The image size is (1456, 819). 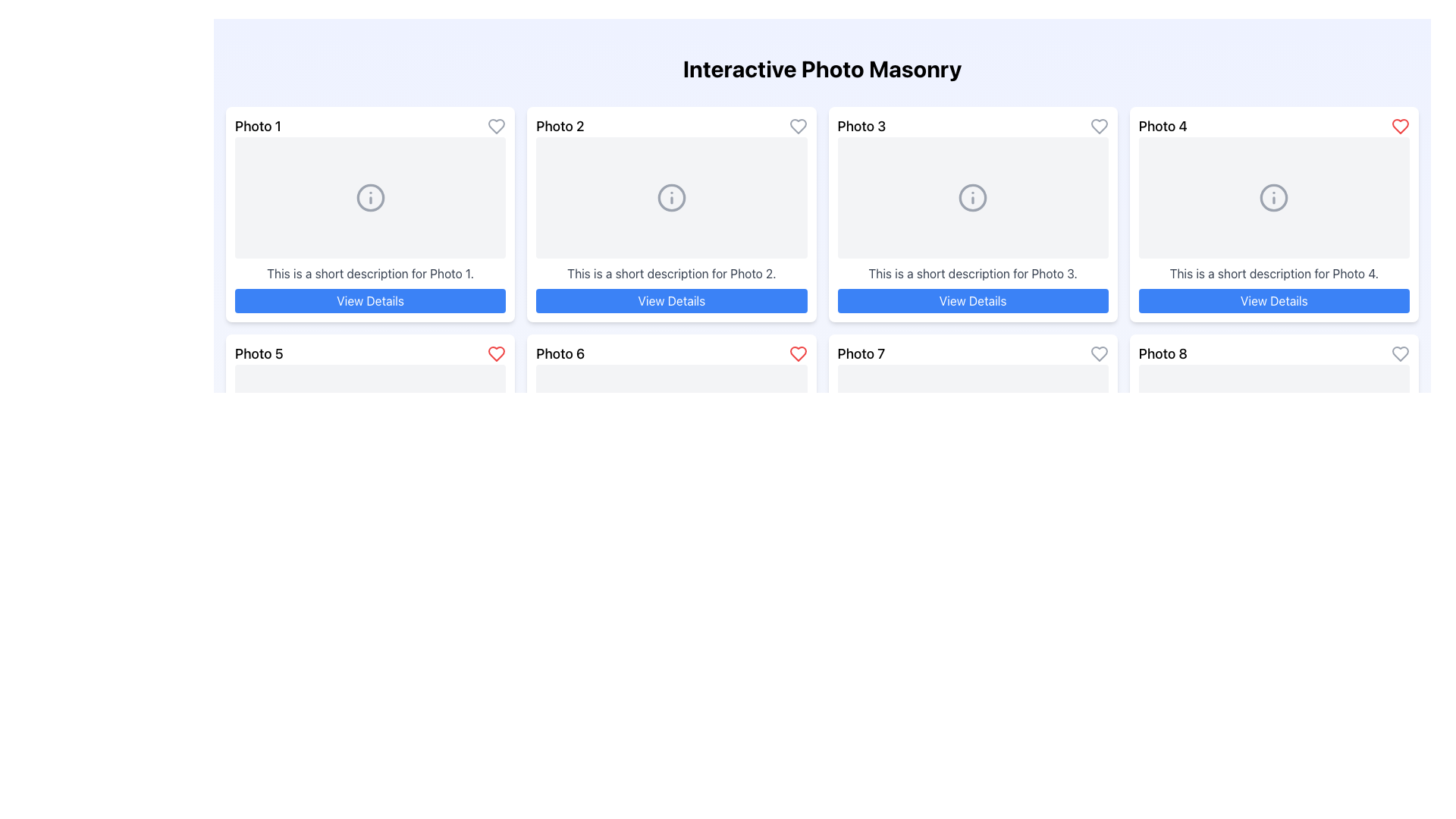 I want to click on the 'like' or 'favorite' button located in the bottom-right corner of the 'Photo 6' card, so click(x=797, y=353).